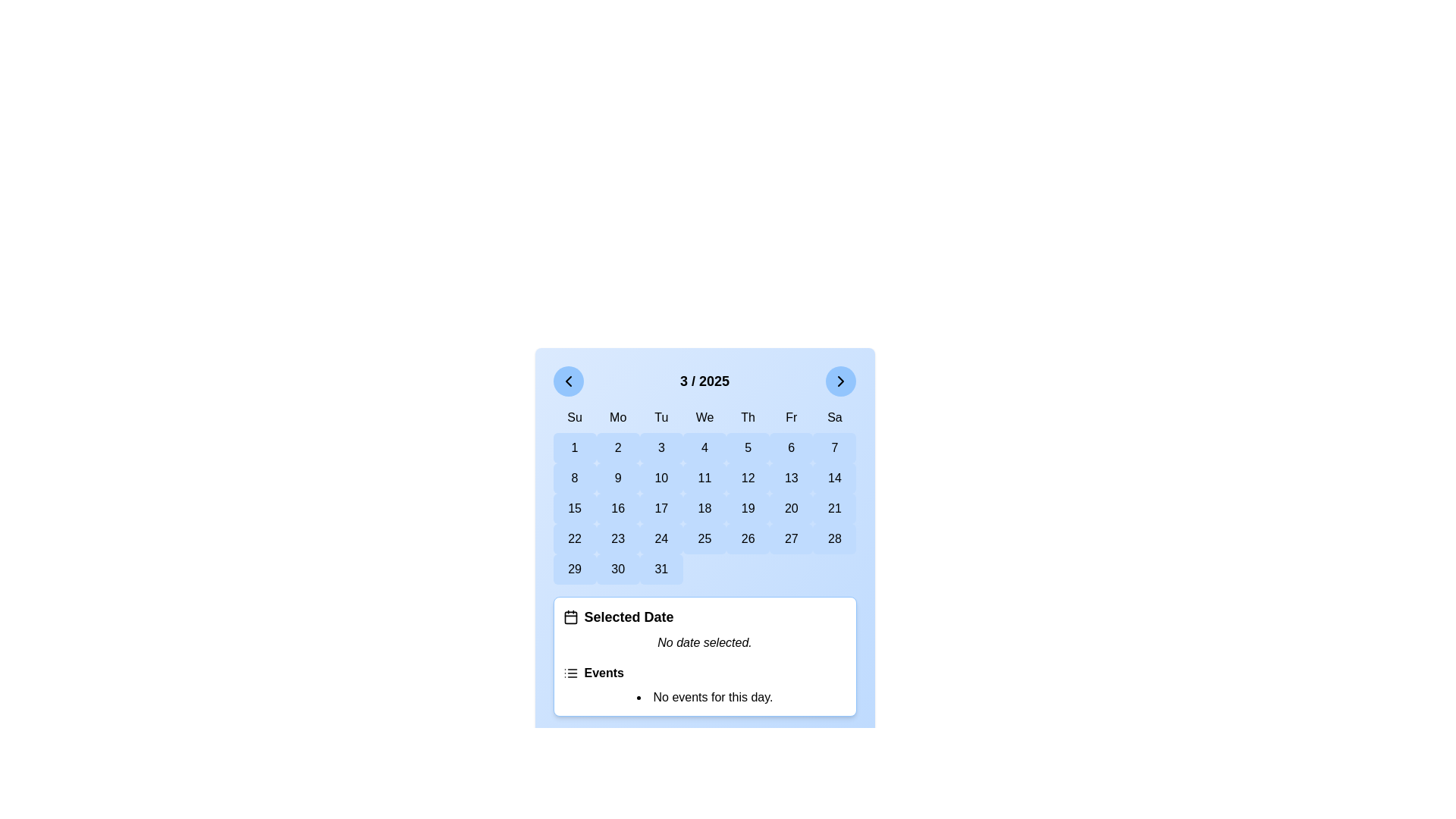 The image size is (1456, 819). What do you see at coordinates (570, 672) in the screenshot?
I see `the 'Events' icon, which serves as a visual indicator located to the left of the 'Events' text within a card-like structure beneath the calendar interface` at bounding box center [570, 672].